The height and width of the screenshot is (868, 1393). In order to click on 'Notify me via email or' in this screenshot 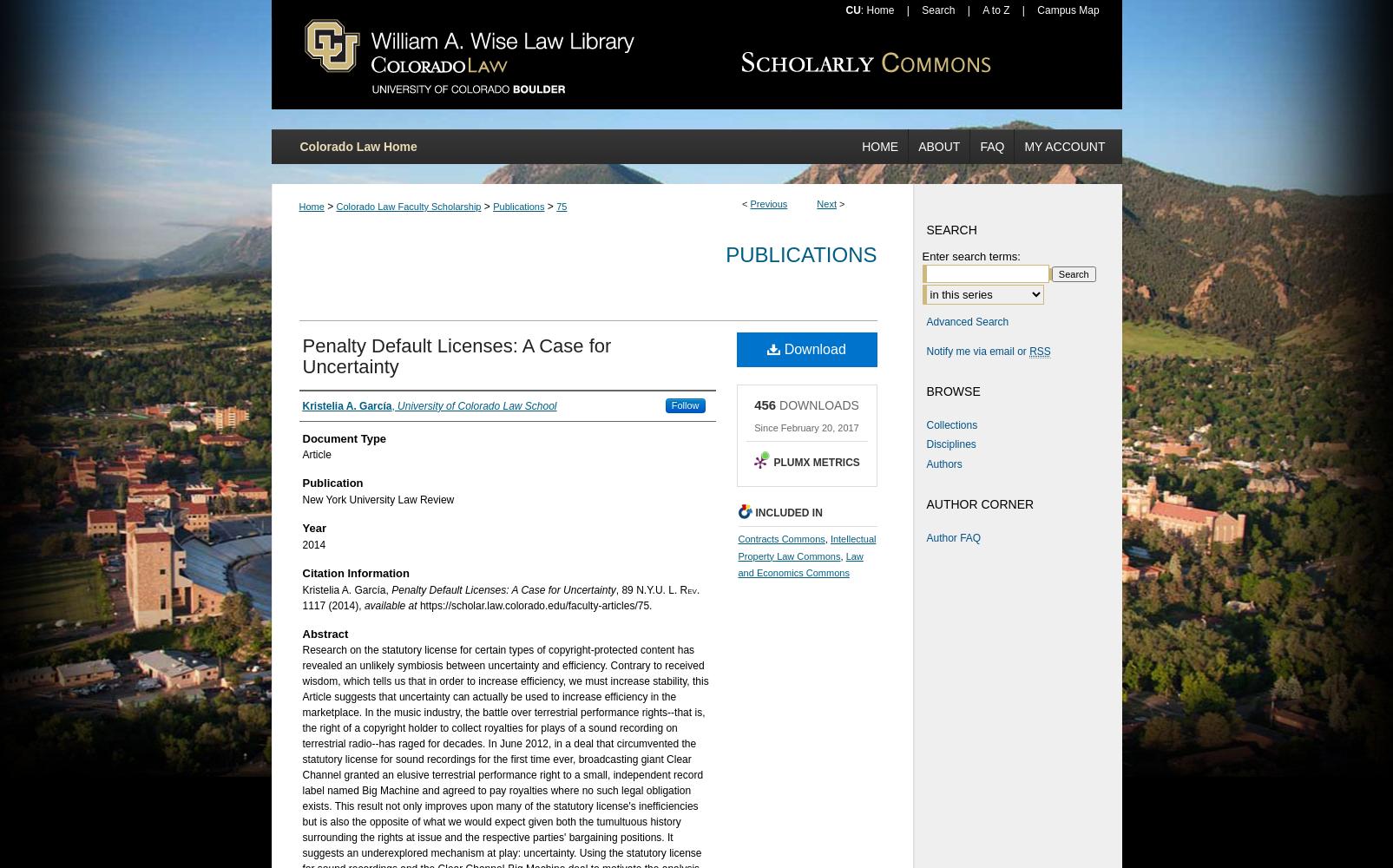, I will do `click(976, 351)`.